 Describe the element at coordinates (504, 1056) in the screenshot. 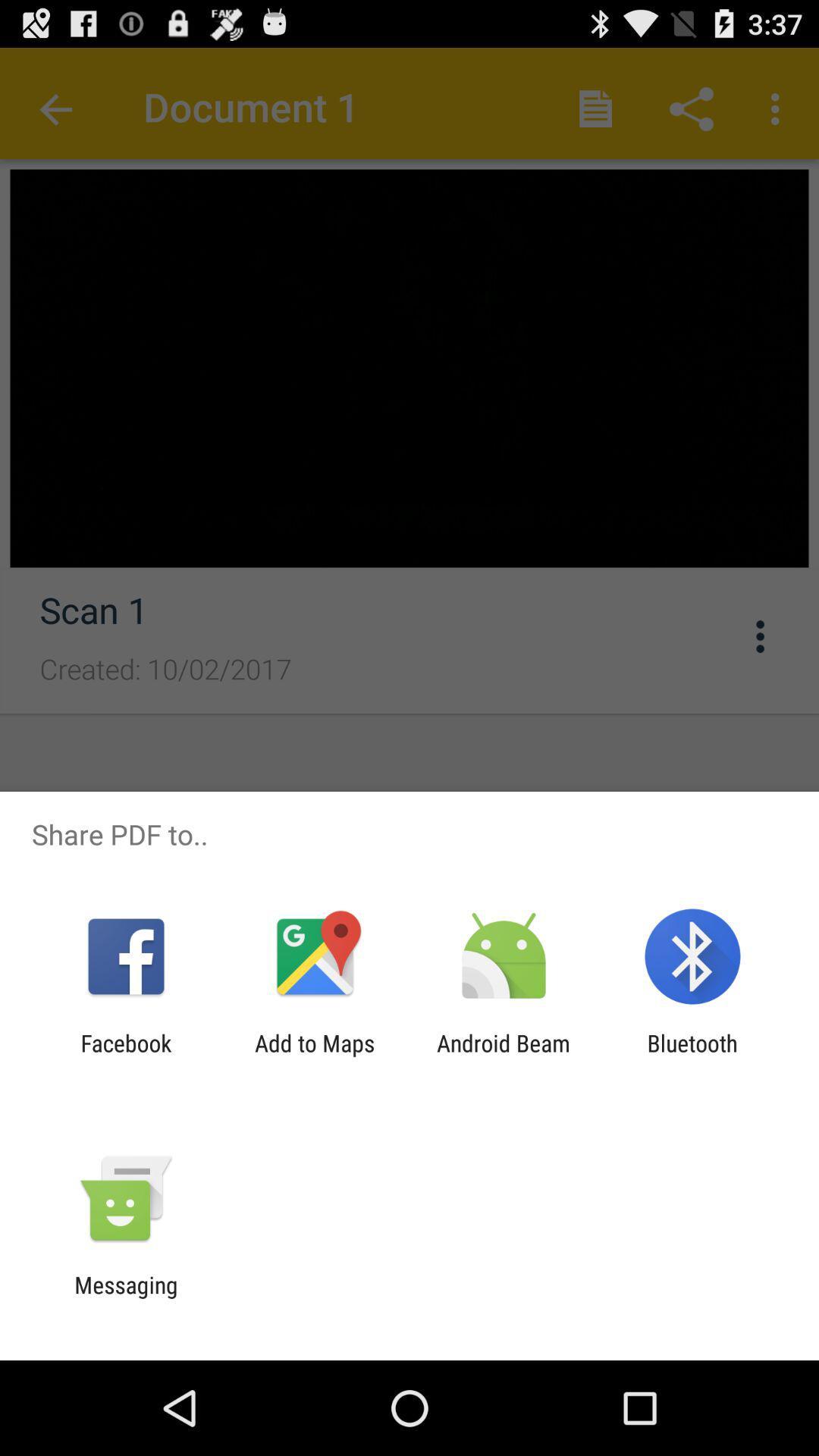

I see `the app to the right of add to maps` at that location.